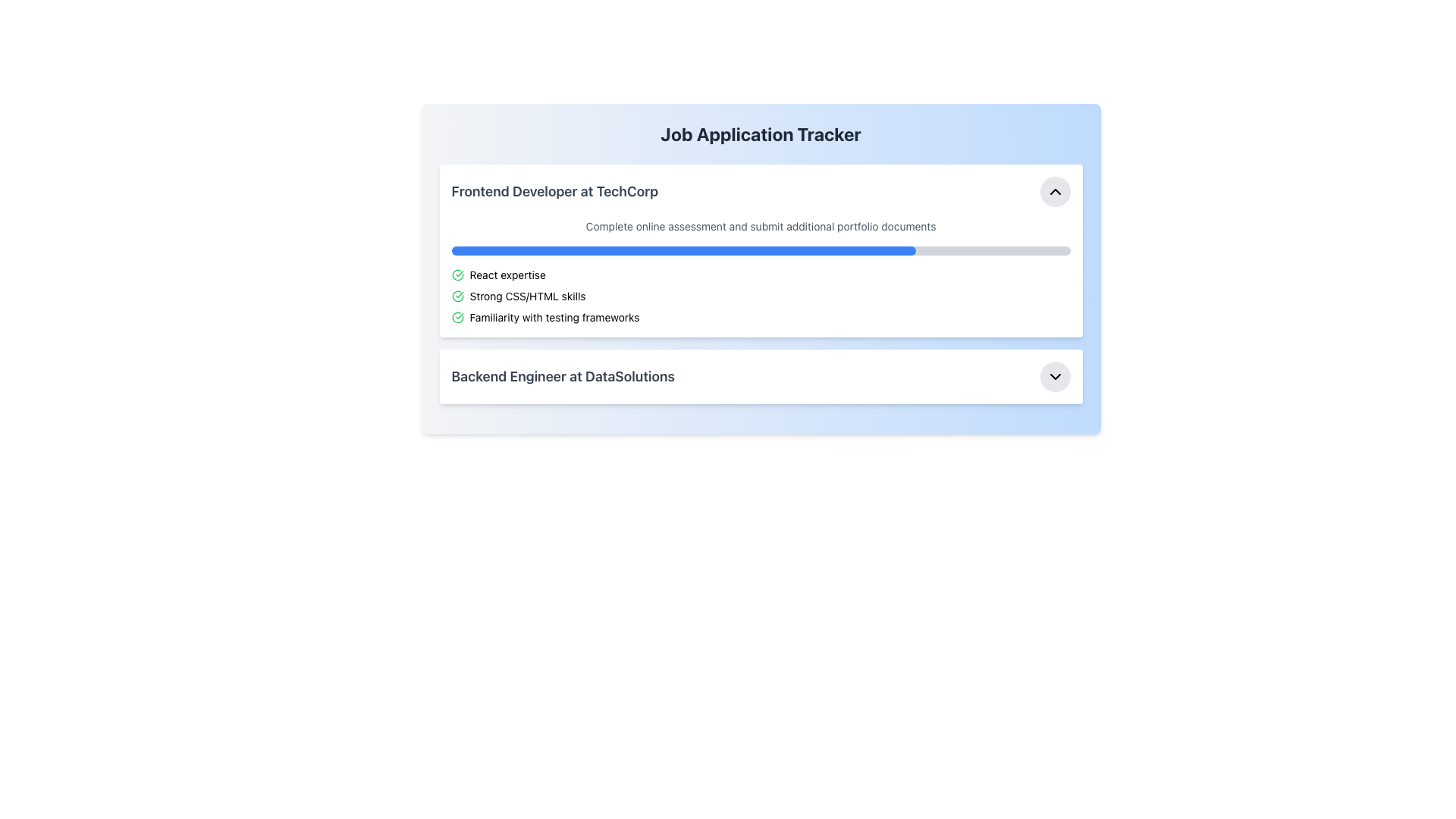 The width and height of the screenshot is (1456, 819). What do you see at coordinates (457, 317) in the screenshot?
I see `the green circular icon with a checkmark inside, which is positioned to the left of the text 'Familiarity with testing frameworks.'` at bounding box center [457, 317].